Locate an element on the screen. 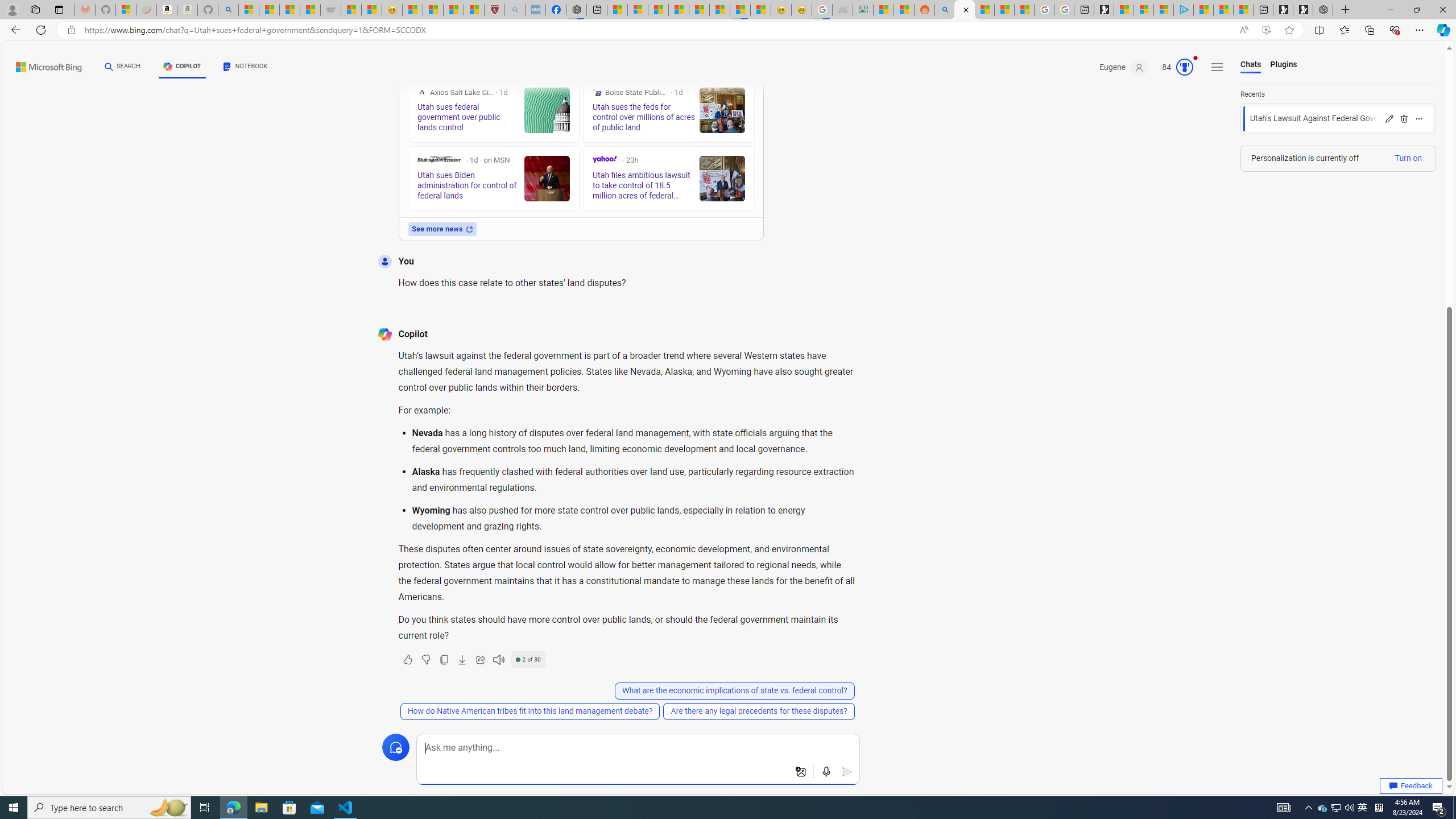 This screenshot has height=819, width=1456. 'NOTEBOOK' is located at coordinates (245, 66).